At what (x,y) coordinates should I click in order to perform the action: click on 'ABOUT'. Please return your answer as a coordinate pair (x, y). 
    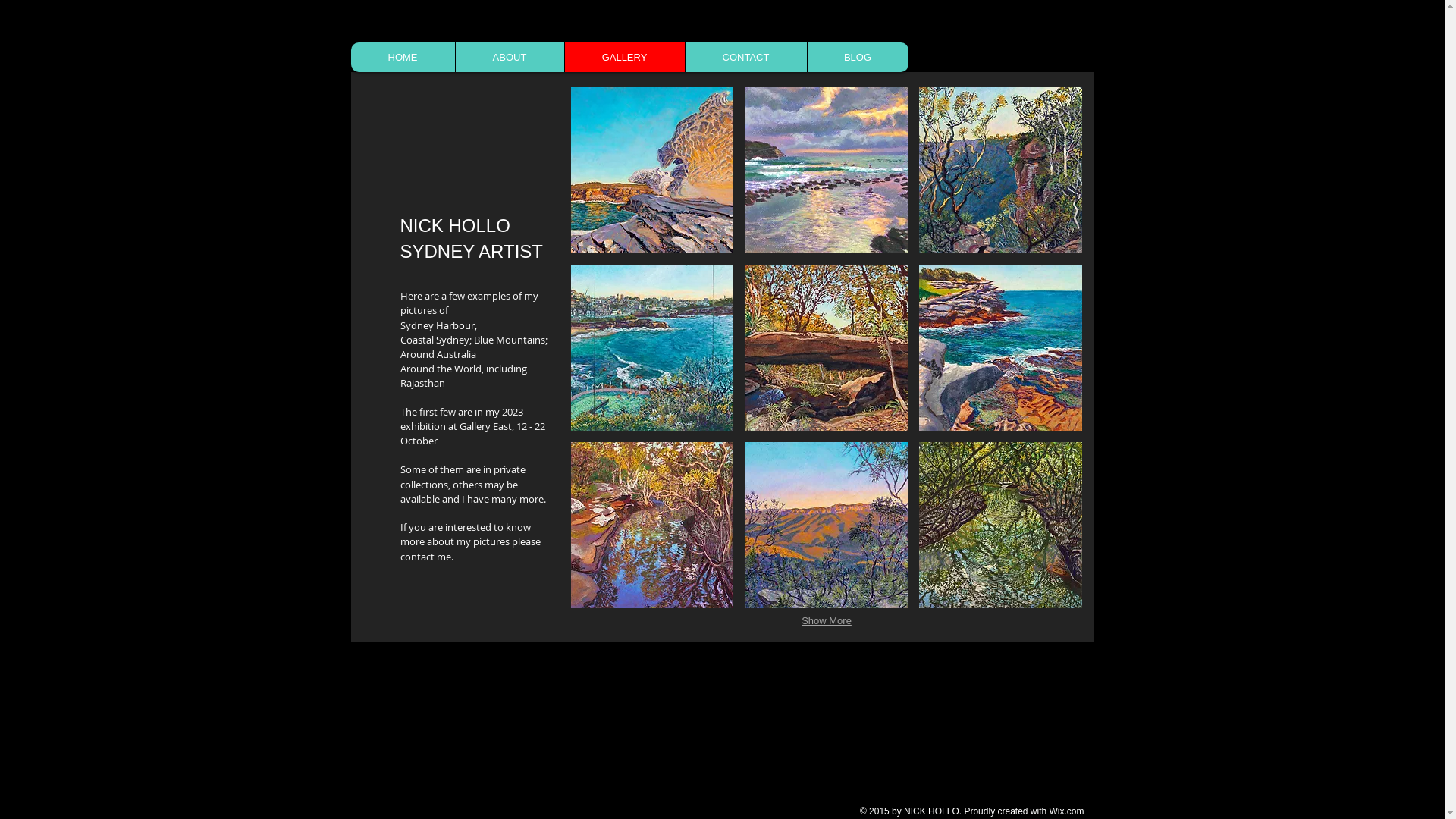
    Looking at the image, I should click on (454, 56).